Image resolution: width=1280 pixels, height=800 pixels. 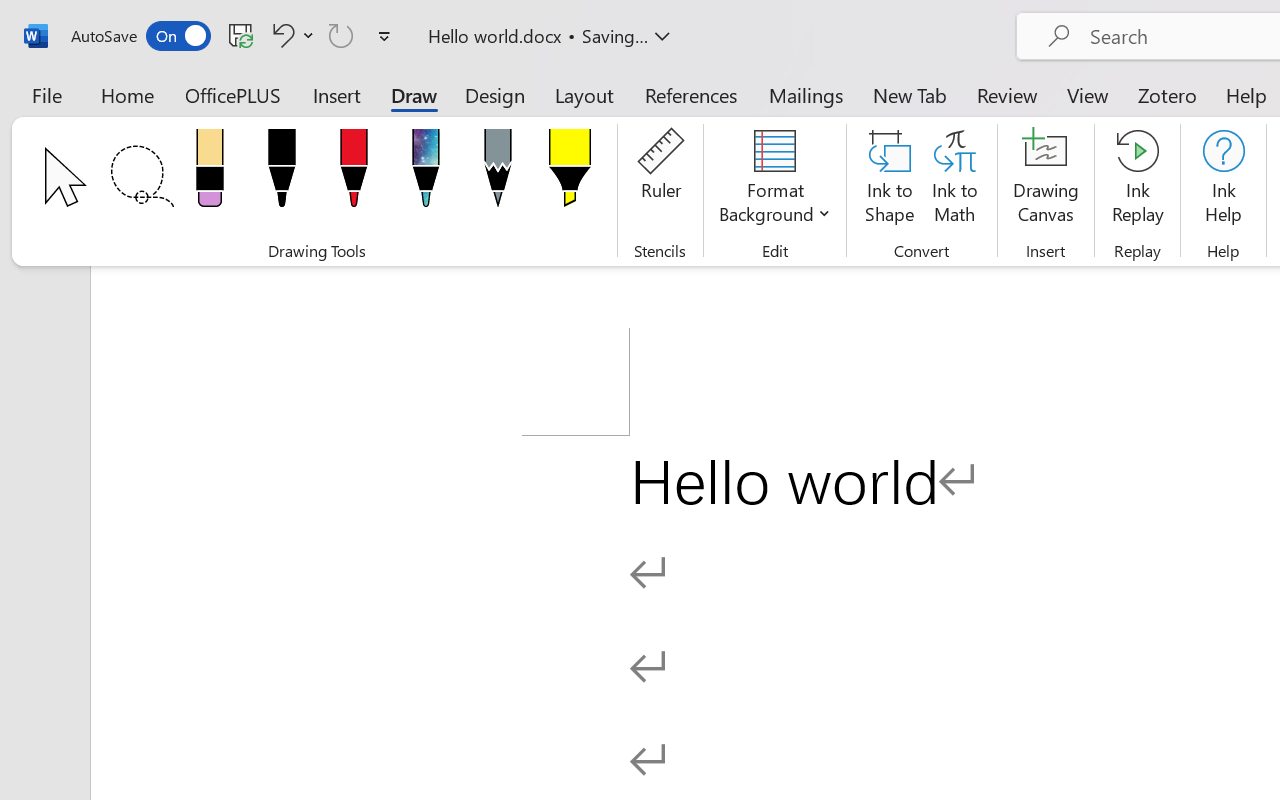 What do you see at coordinates (583, 94) in the screenshot?
I see `'Layout'` at bounding box center [583, 94].